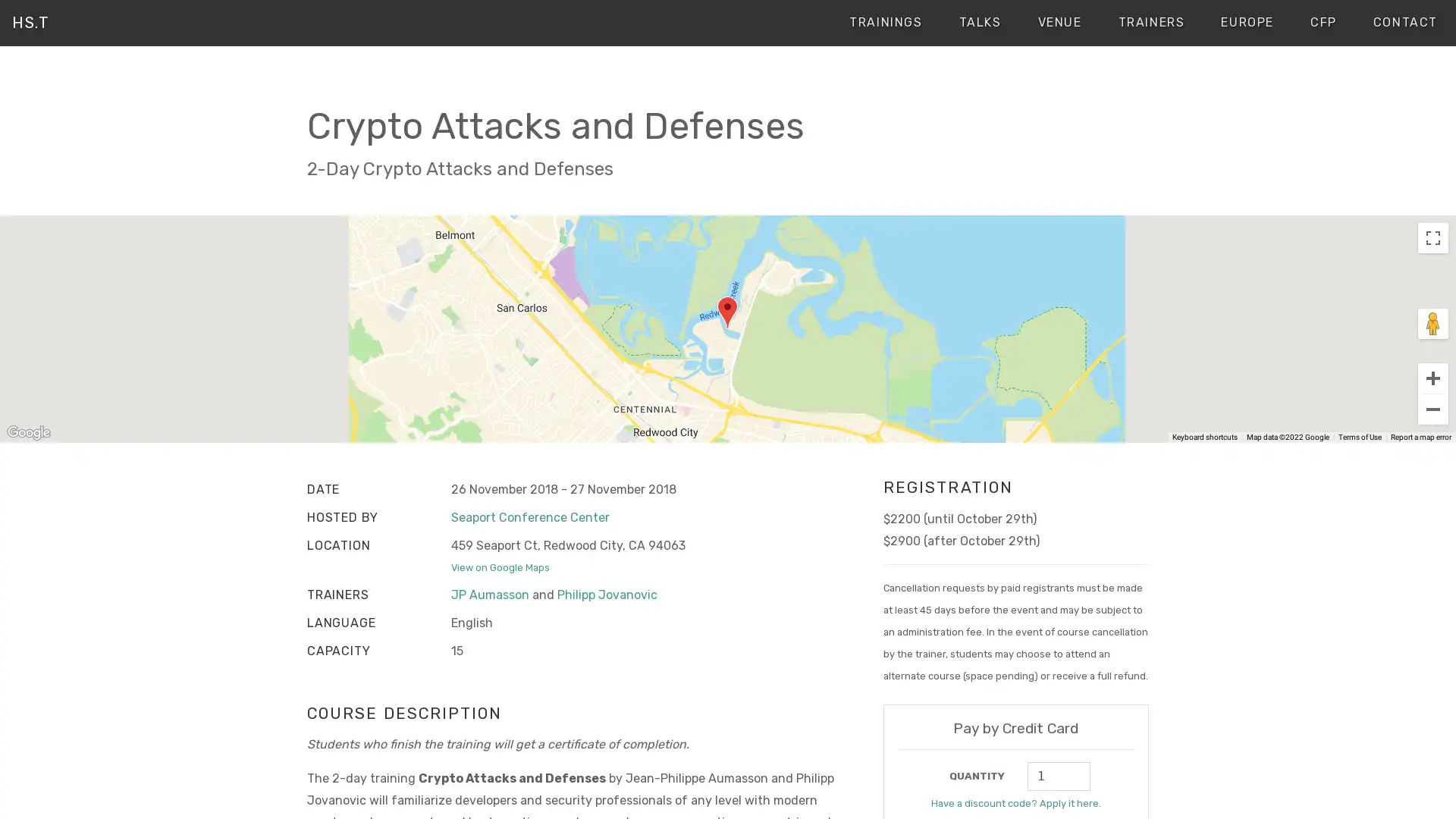 This screenshot has height=819, width=1456. Describe the element at coordinates (1432, 376) in the screenshot. I see `Zoom in` at that location.